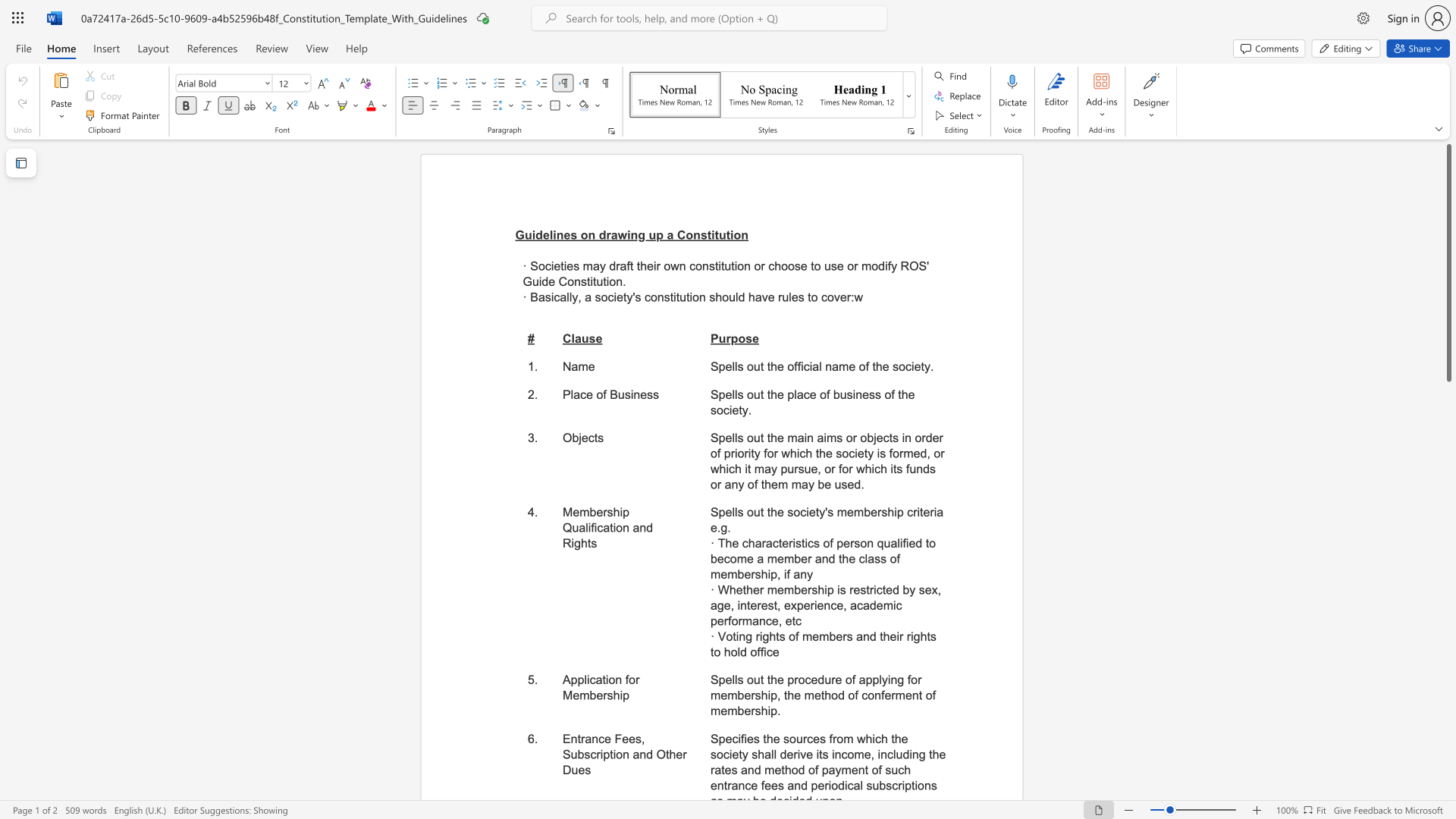 This screenshot has width=1456, height=819. What do you see at coordinates (1448, 622) in the screenshot?
I see `the scrollbar to adjust the page downward` at bounding box center [1448, 622].